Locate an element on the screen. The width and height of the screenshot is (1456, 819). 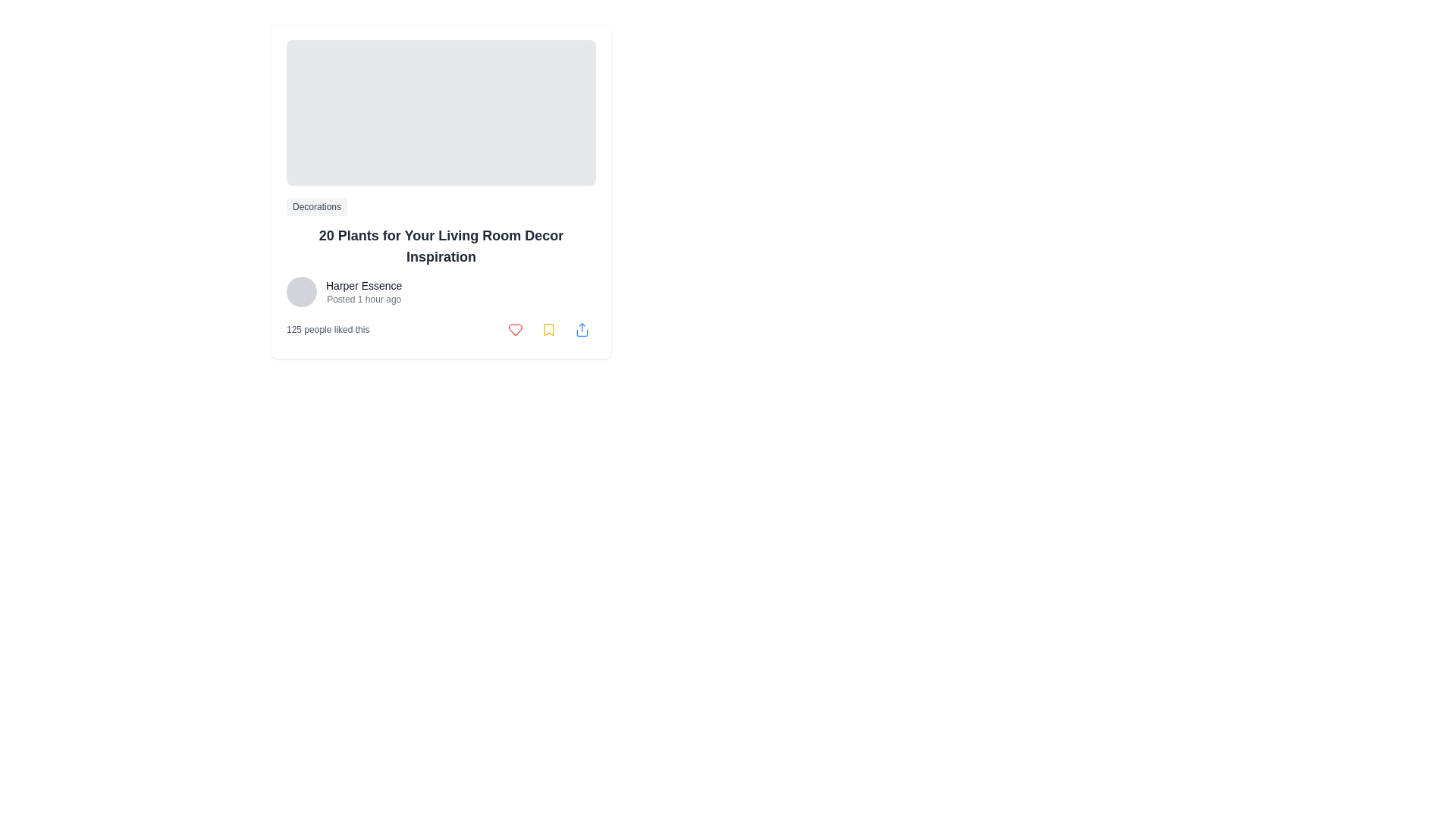
the text label displaying 'Posted 1 hour ago', which is styled in a small light gray font and located below the username 'Harper Essence' is located at coordinates (364, 299).